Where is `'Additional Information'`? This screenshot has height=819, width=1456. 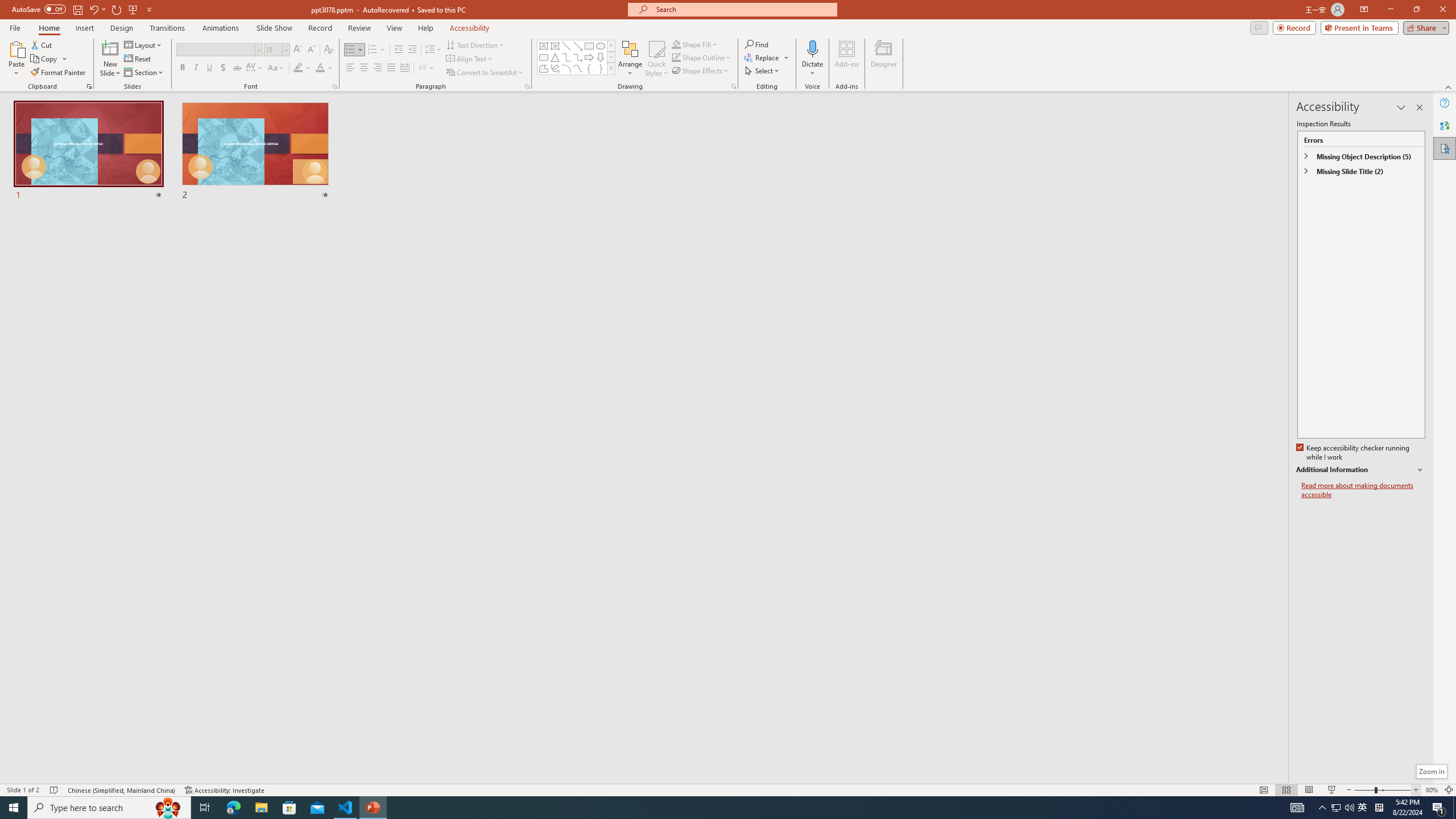 'Additional Information' is located at coordinates (1360, 470).